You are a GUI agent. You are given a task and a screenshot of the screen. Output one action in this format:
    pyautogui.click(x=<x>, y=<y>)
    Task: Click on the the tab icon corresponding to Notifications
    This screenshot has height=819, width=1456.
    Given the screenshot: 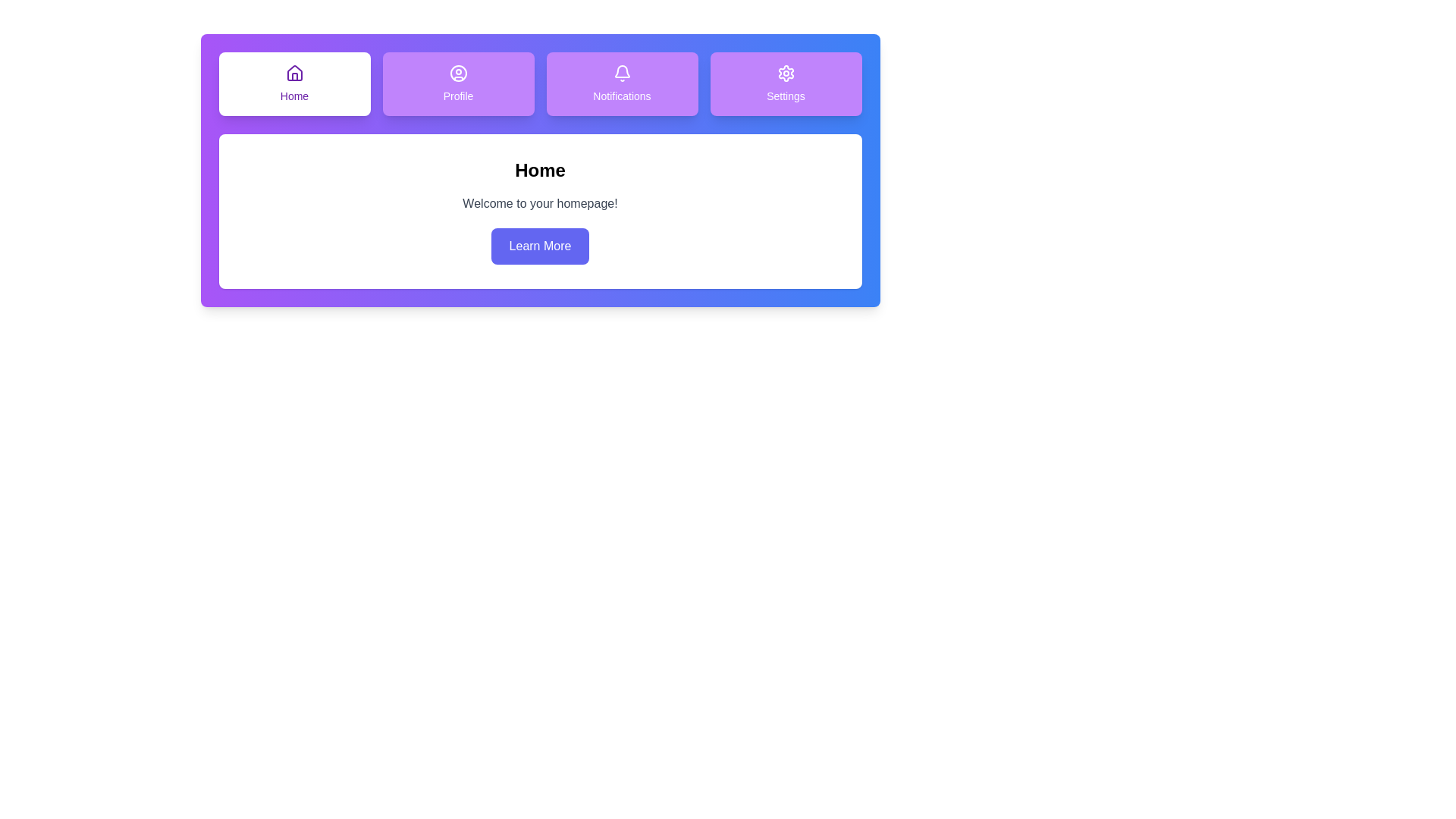 What is the action you would take?
    pyautogui.click(x=622, y=84)
    